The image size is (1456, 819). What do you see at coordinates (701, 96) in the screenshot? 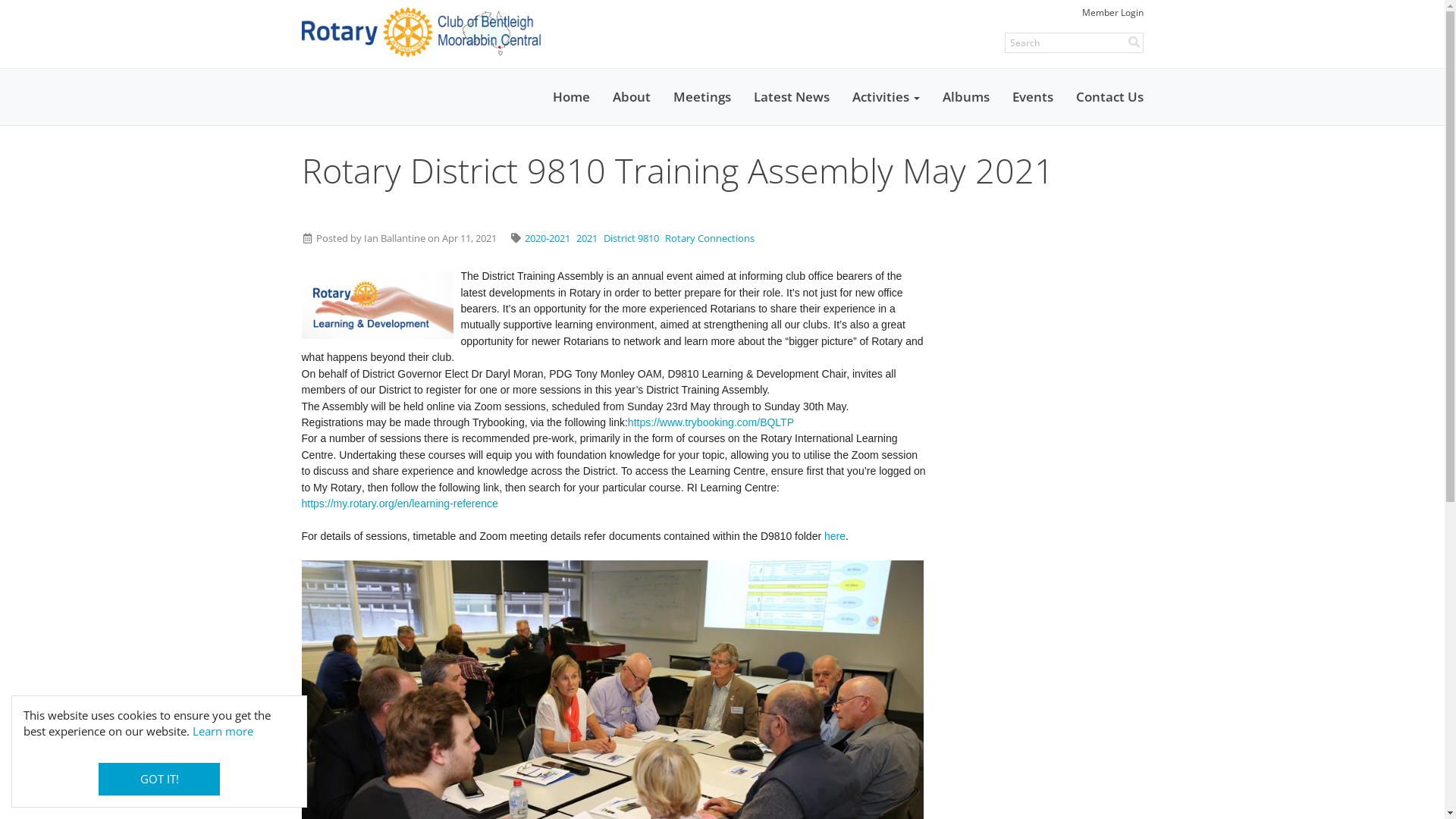
I see `'Meetings'` at bounding box center [701, 96].